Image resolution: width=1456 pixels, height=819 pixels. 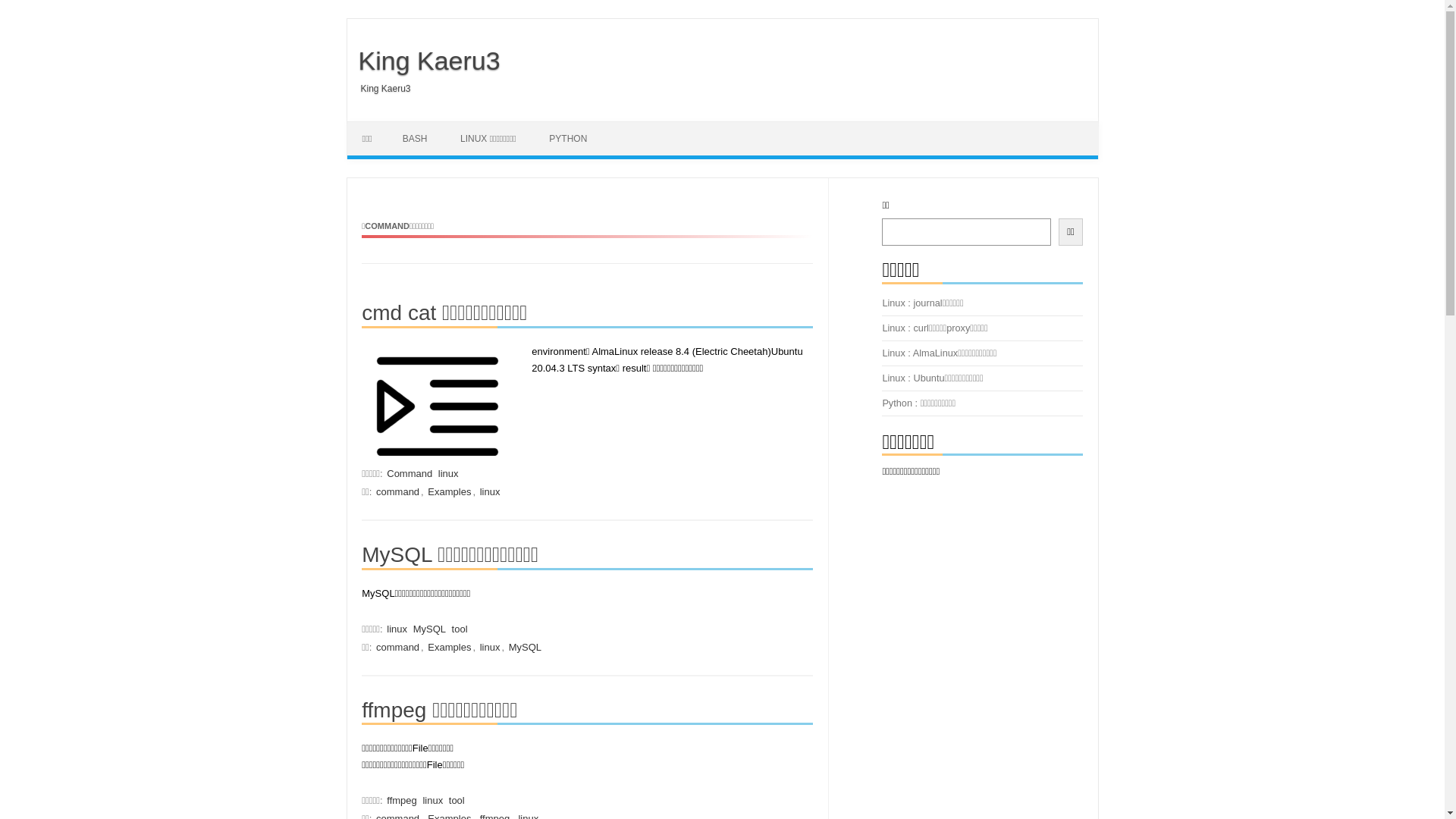 What do you see at coordinates (385, 629) in the screenshot?
I see `'linux'` at bounding box center [385, 629].